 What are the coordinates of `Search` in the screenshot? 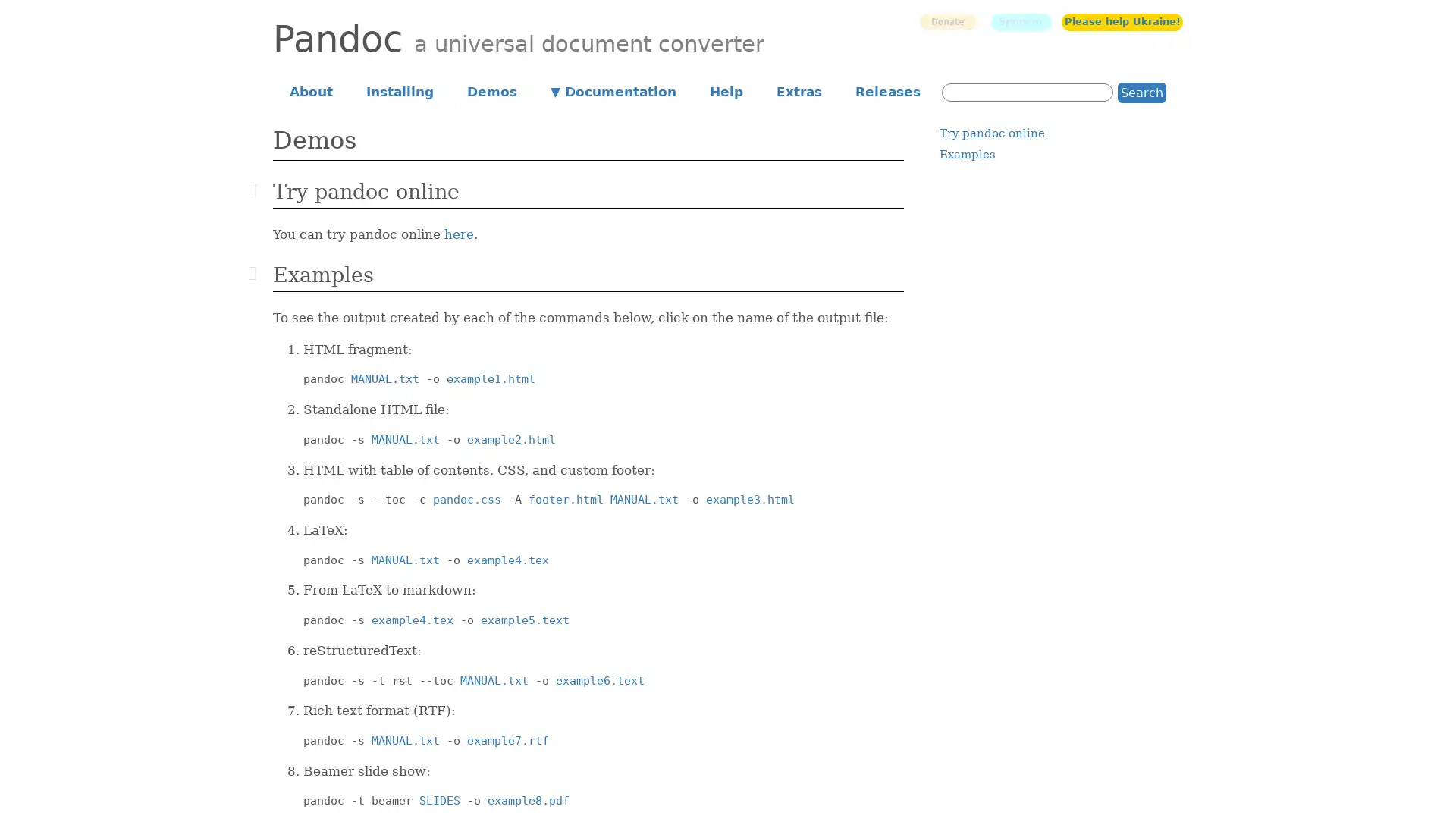 It's located at (1142, 92).